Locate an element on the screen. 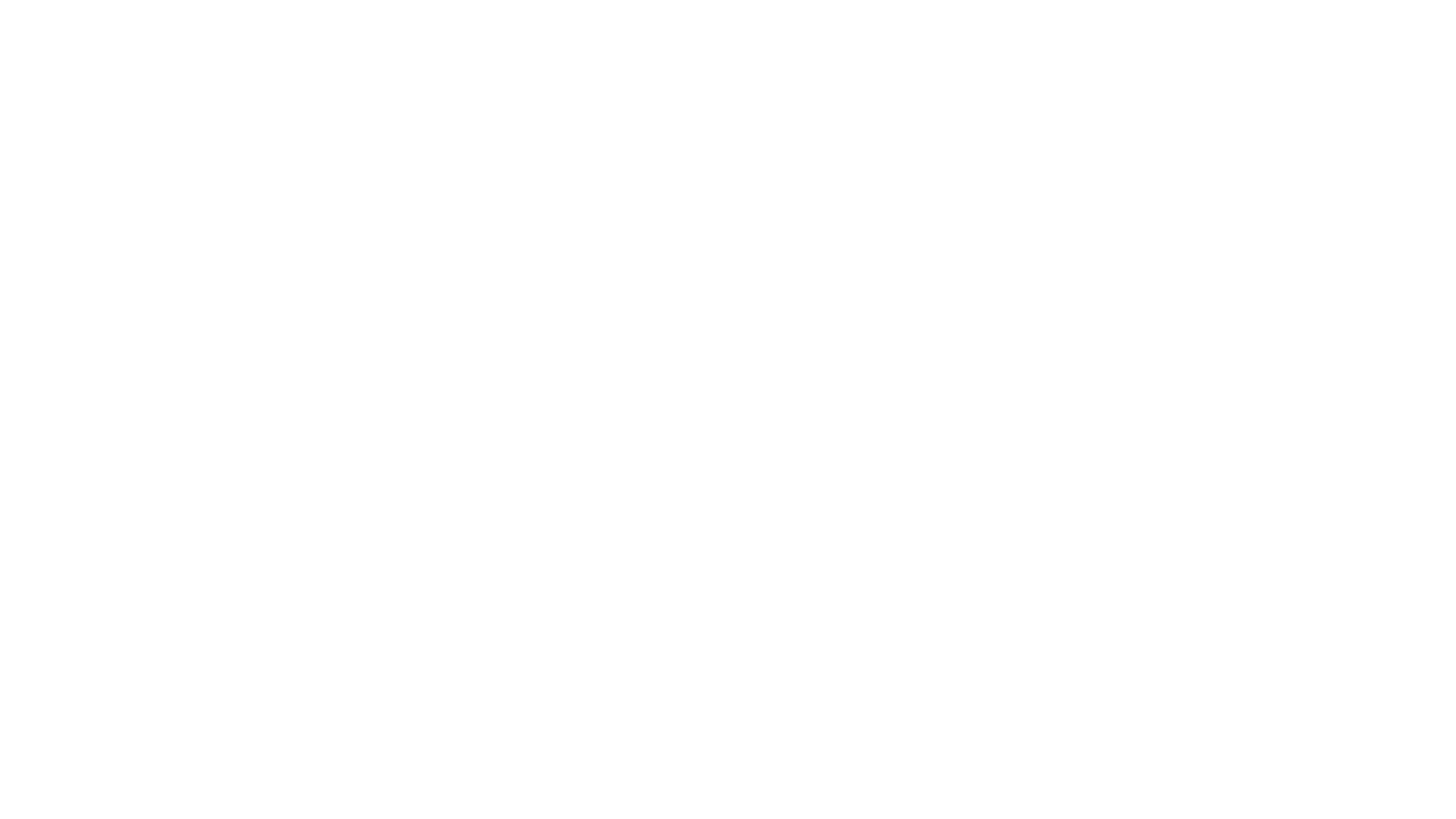 The width and height of the screenshot is (1456, 819). Public Data: Available is located at coordinates (483, 256).